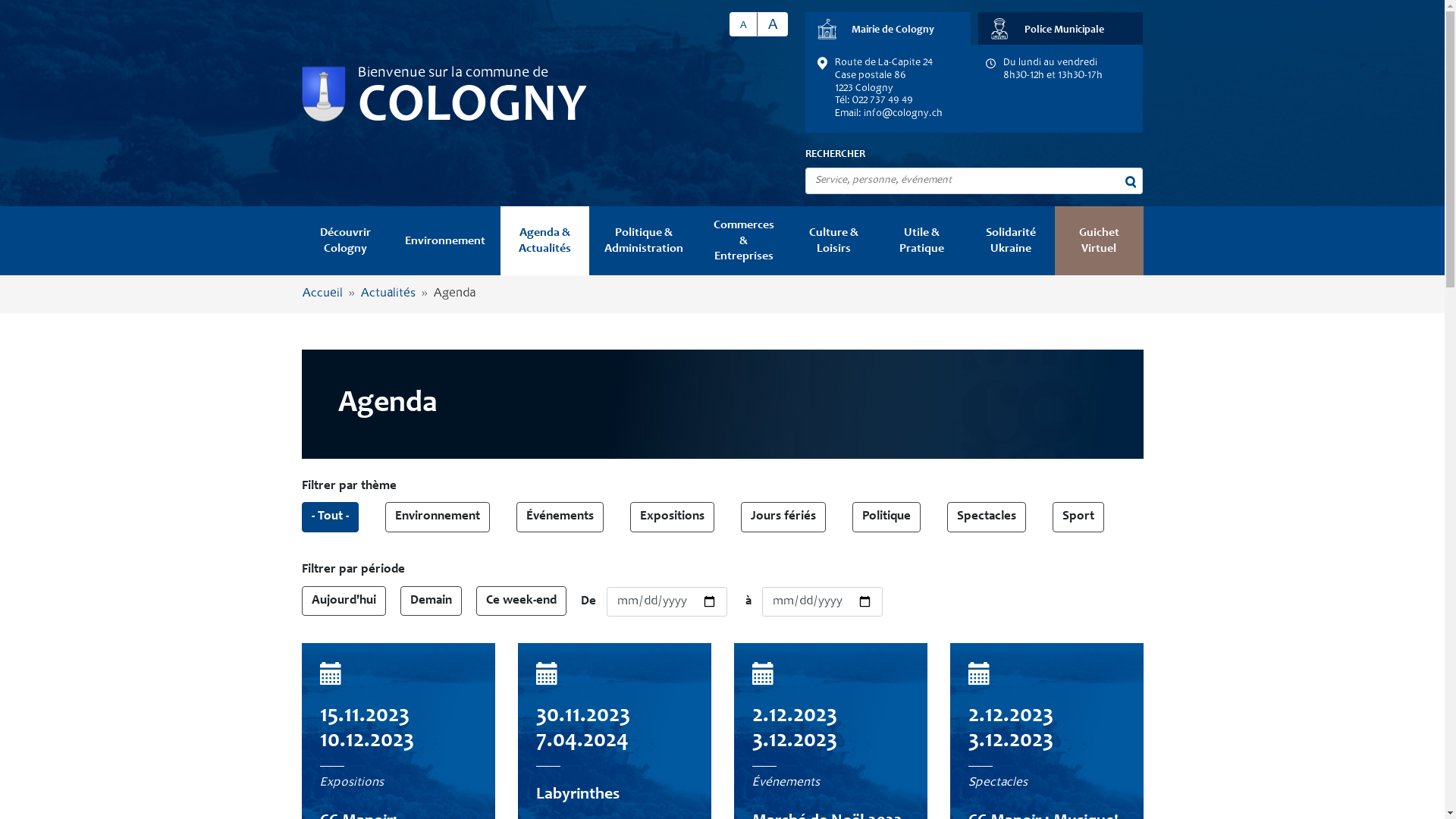  What do you see at coordinates (743, 24) in the screenshot?
I see `'A'` at bounding box center [743, 24].